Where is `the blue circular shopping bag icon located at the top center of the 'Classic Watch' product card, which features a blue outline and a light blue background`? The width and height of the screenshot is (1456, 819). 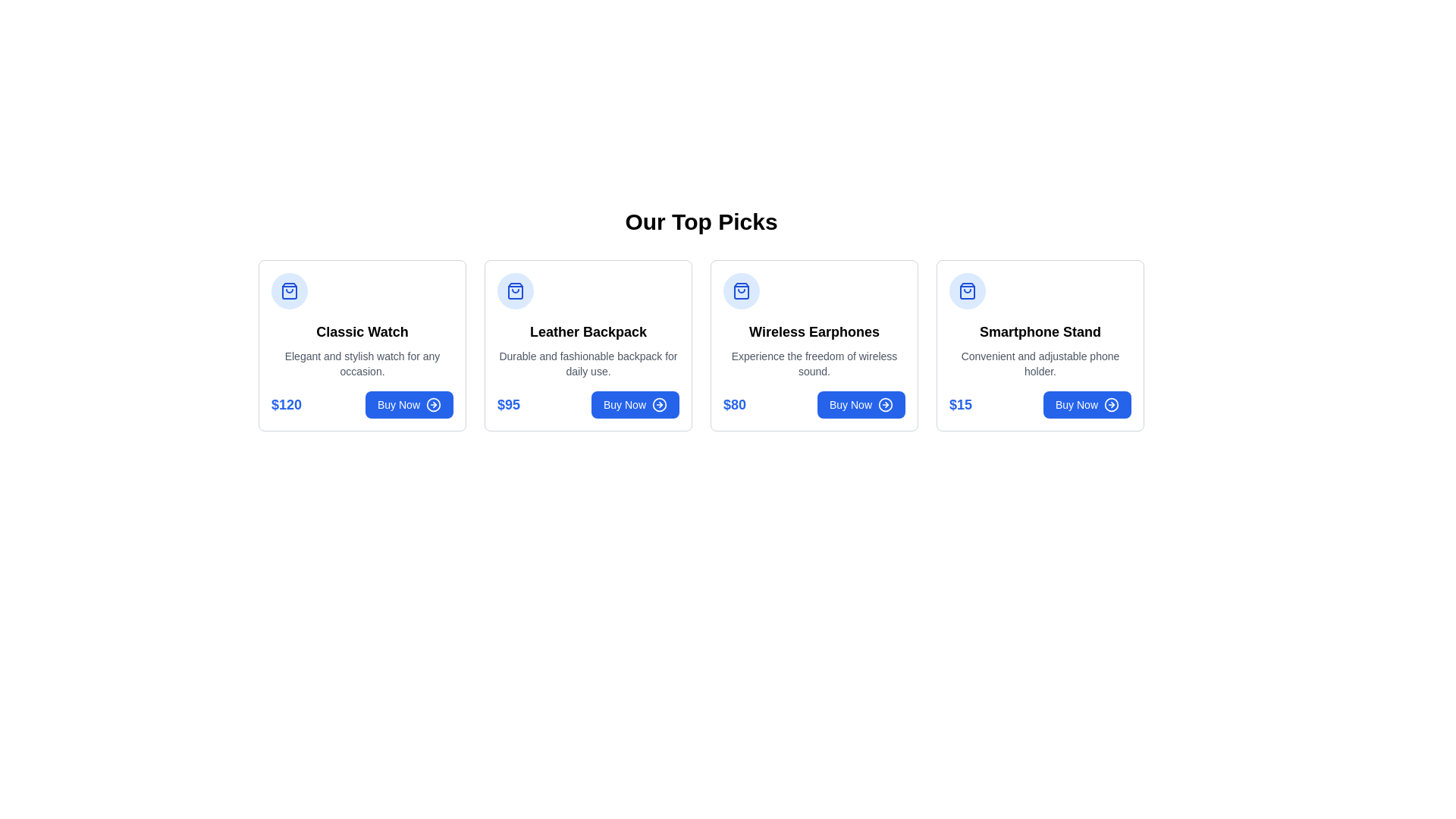 the blue circular shopping bag icon located at the top center of the 'Classic Watch' product card, which features a blue outline and a light blue background is located at coordinates (290, 291).